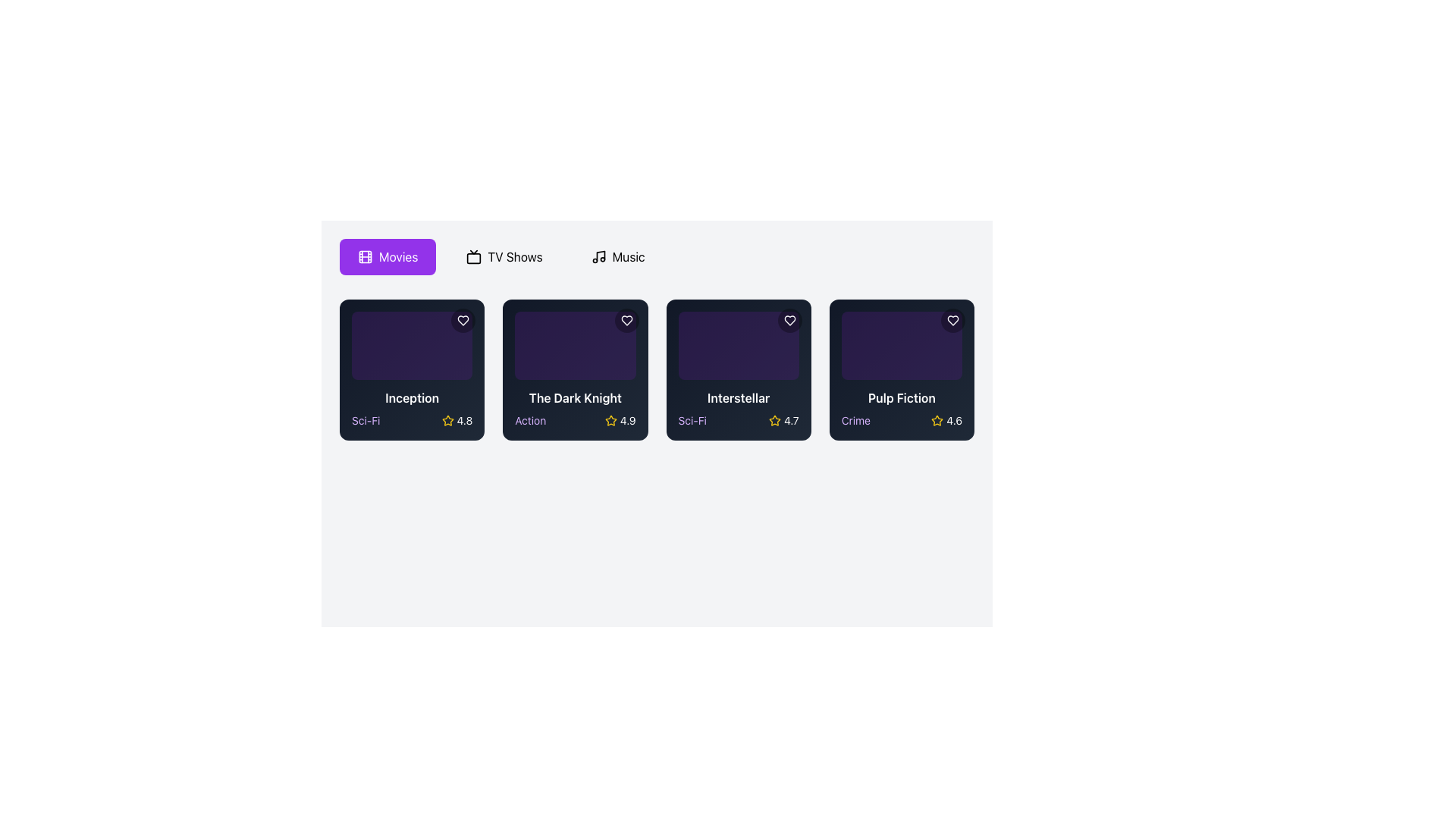  I want to click on the 'Movies' category icon located on a purple background in the upper-left section of the interface, so click(365, 256).